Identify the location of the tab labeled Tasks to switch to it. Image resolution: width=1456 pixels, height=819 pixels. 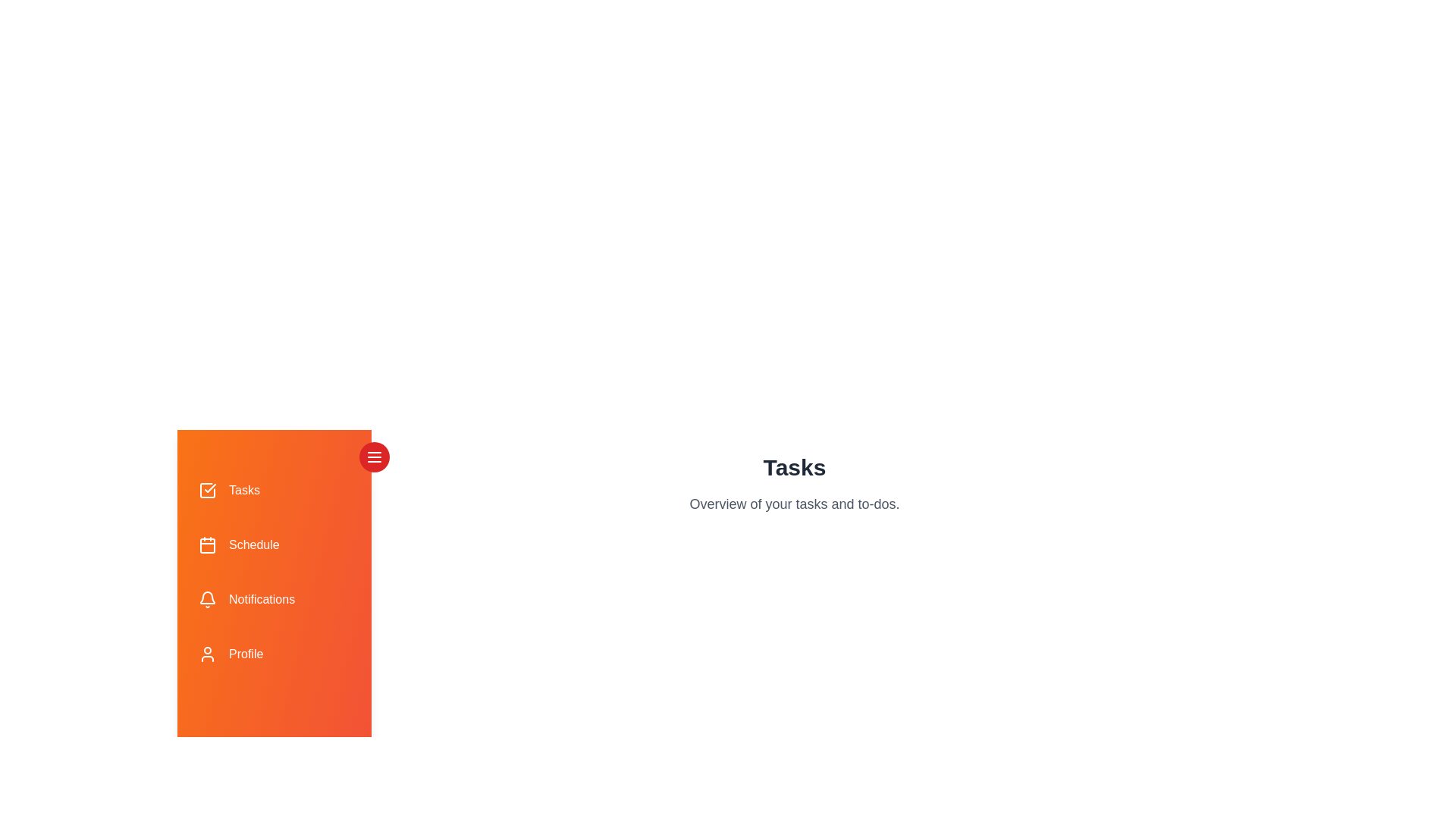
(274, 491).